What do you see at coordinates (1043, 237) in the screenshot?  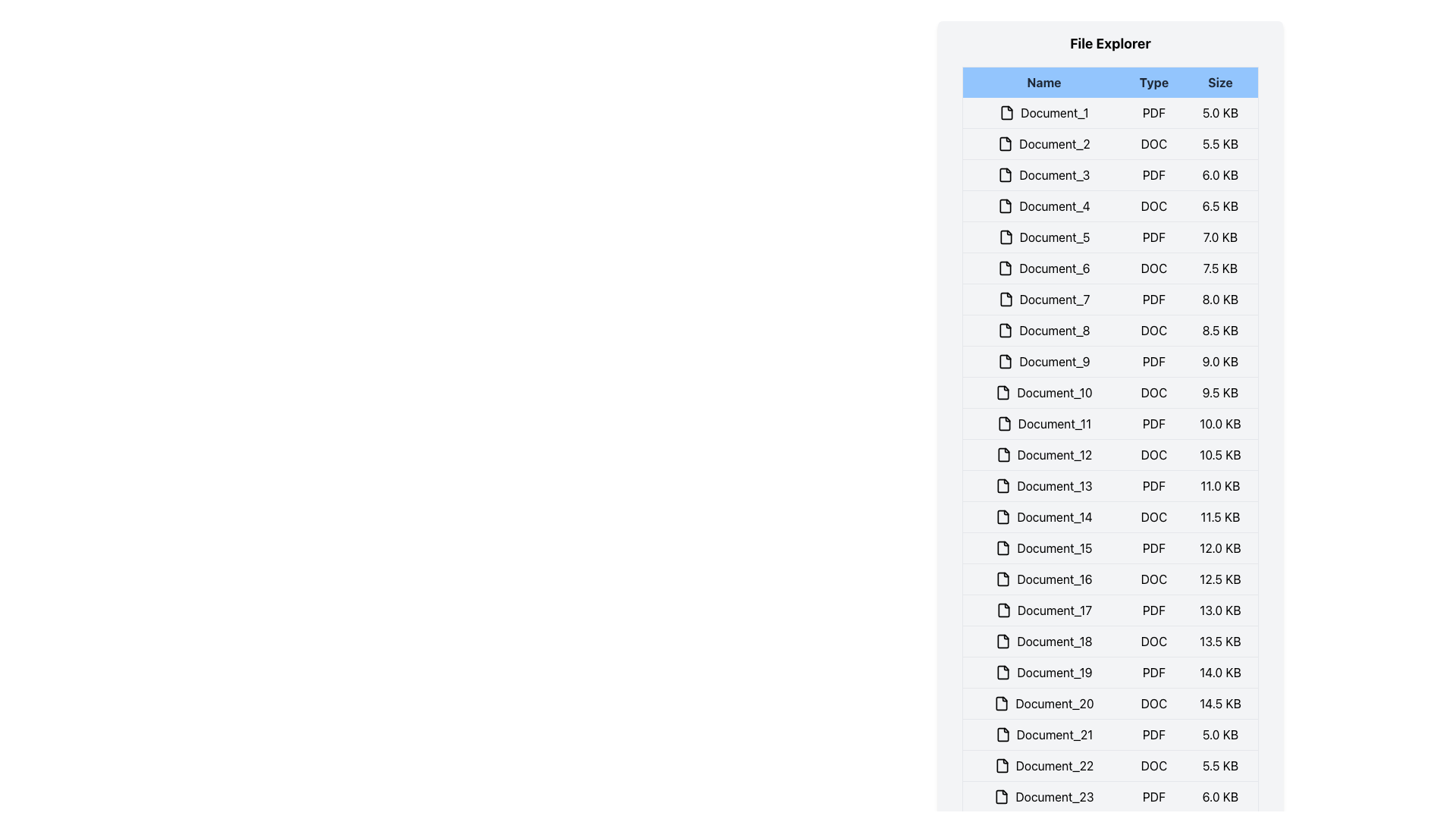 I see `the label for the file named 'Document_5'` at bounding box center [1043, 237].